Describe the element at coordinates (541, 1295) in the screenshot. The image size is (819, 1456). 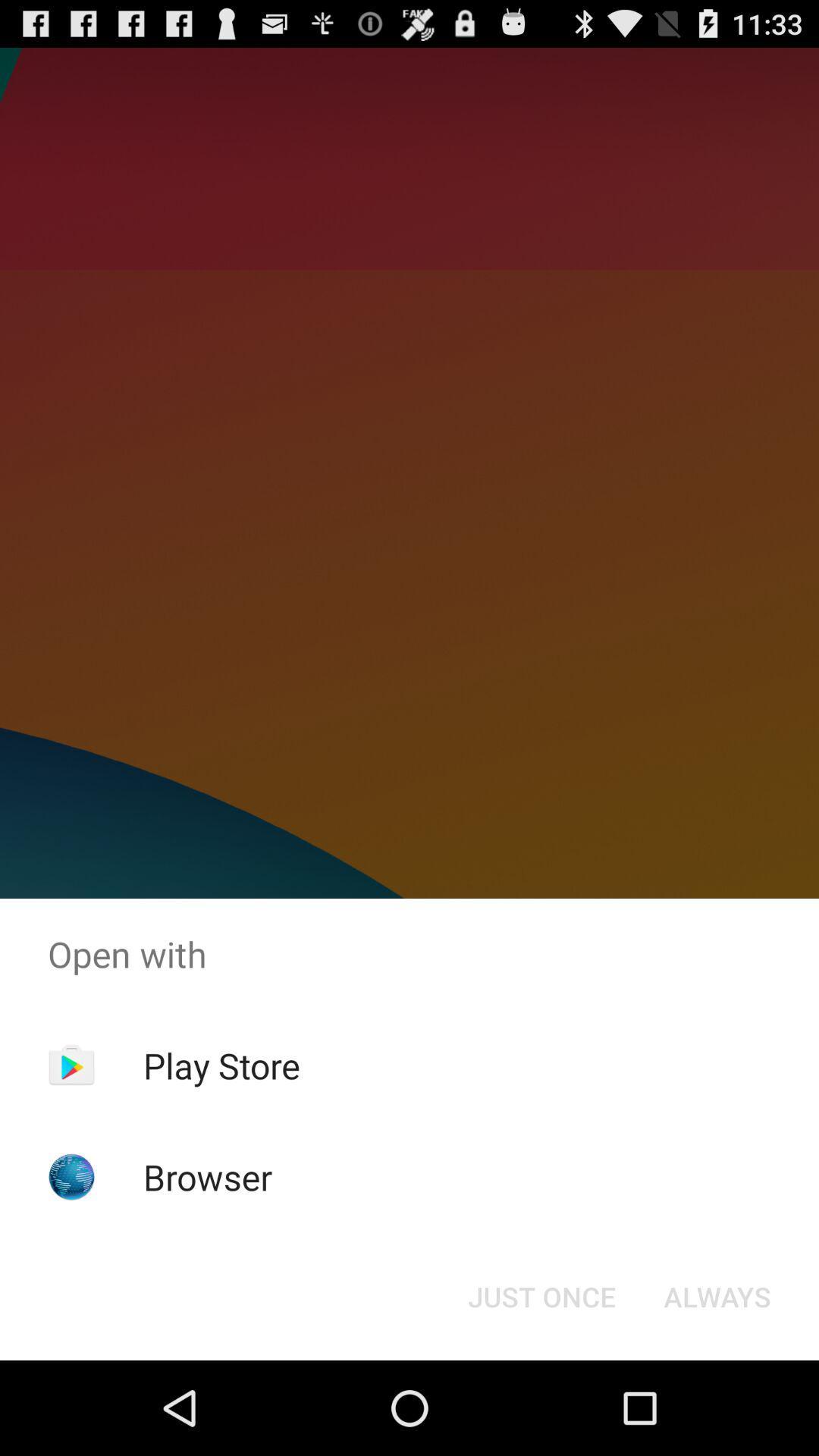
I see `the item below open with icon` at that location.